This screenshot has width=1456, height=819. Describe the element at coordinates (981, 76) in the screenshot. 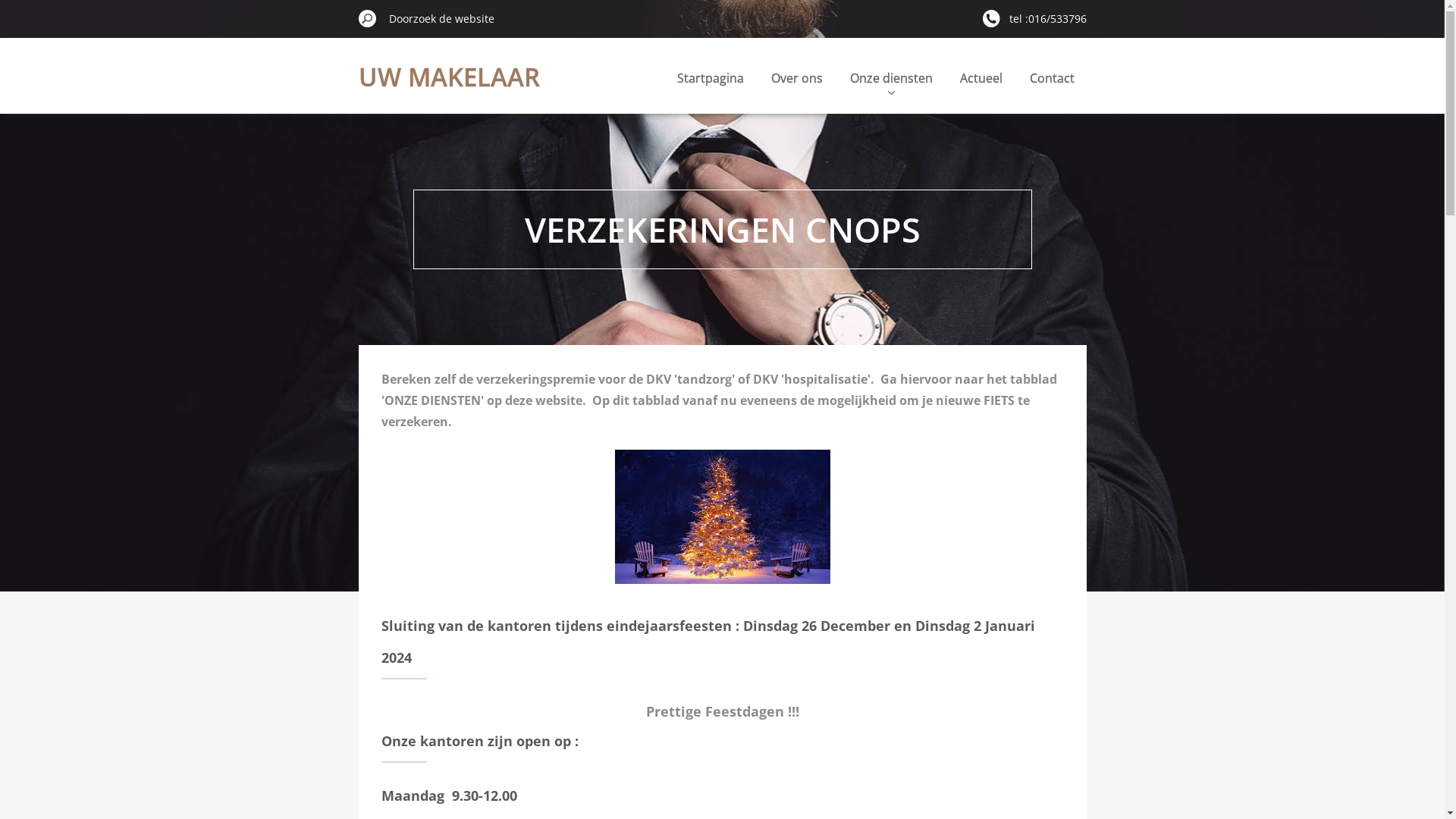

I see `'Actueel'` at that location.